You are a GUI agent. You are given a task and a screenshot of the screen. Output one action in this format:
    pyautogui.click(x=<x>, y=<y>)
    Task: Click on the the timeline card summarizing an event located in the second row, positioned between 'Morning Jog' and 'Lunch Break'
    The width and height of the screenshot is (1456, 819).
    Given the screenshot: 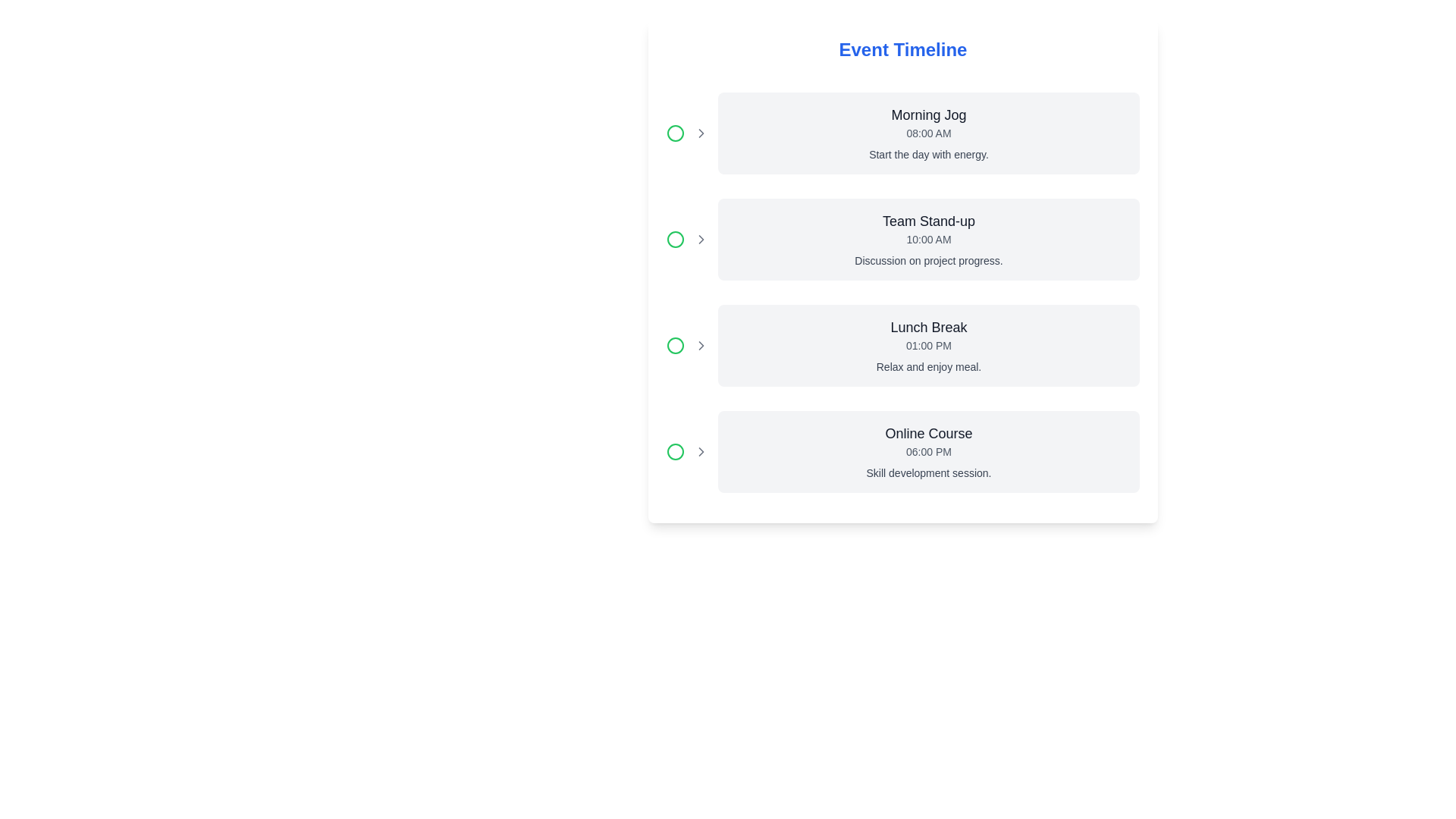 What is the action you would take?
    pyautogui.click(x=927, y=239)
    